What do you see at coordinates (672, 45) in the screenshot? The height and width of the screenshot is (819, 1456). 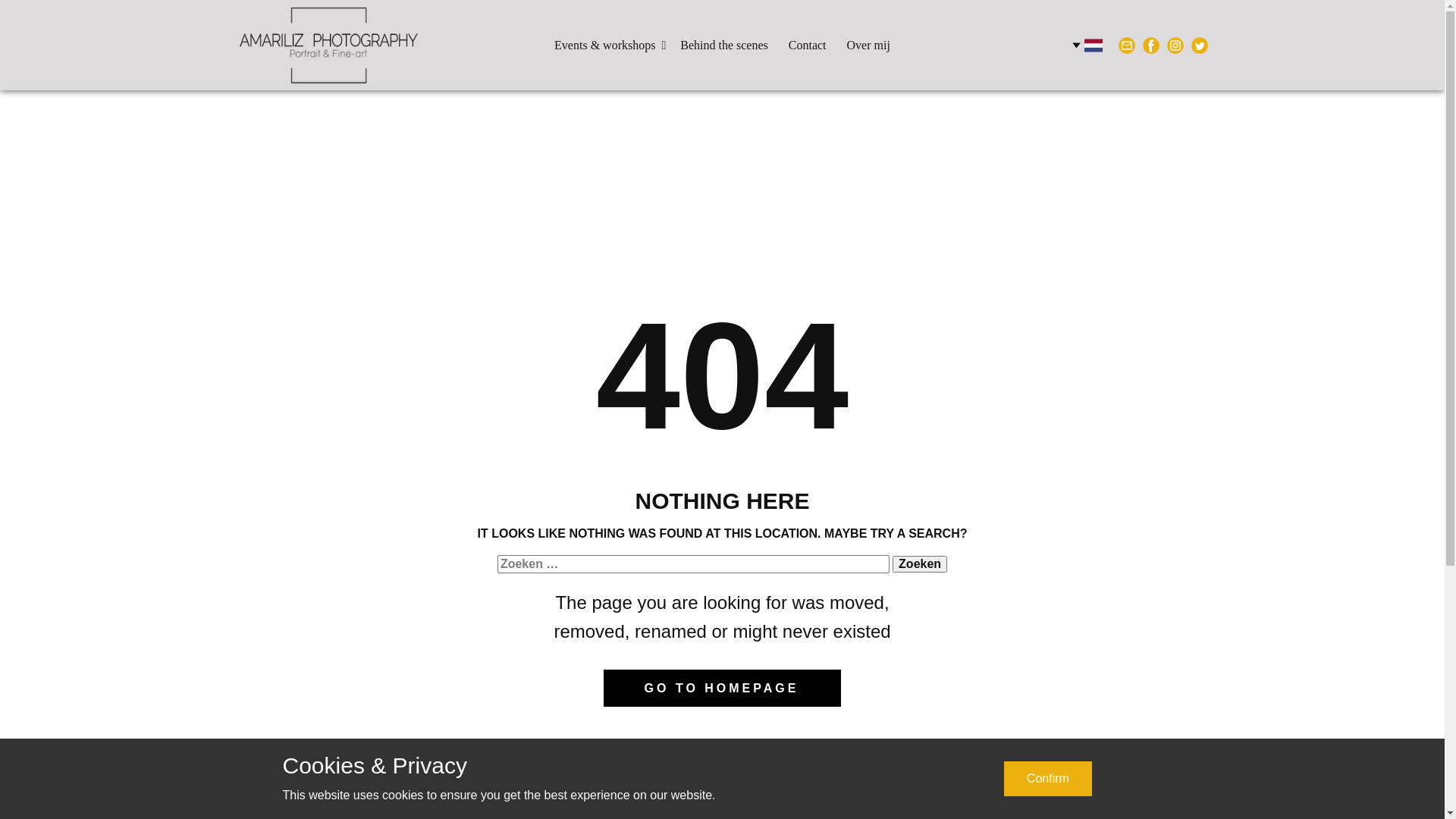 I see `'Behind the scenes'` at bounding box center [672, 45].